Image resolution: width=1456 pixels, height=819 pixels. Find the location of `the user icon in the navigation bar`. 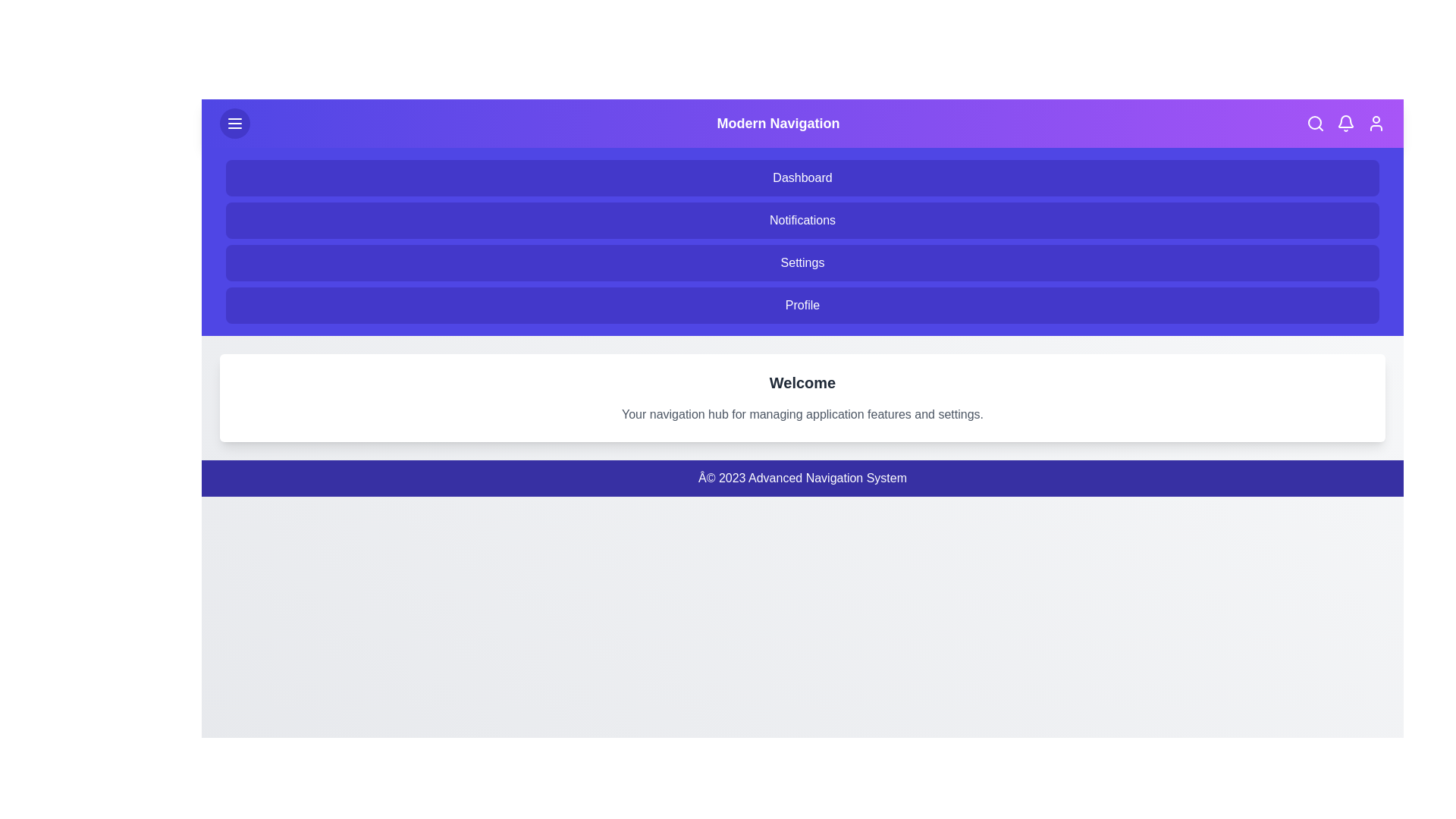

the user icon in the navigation bar is located at coordinates (1376, 122).